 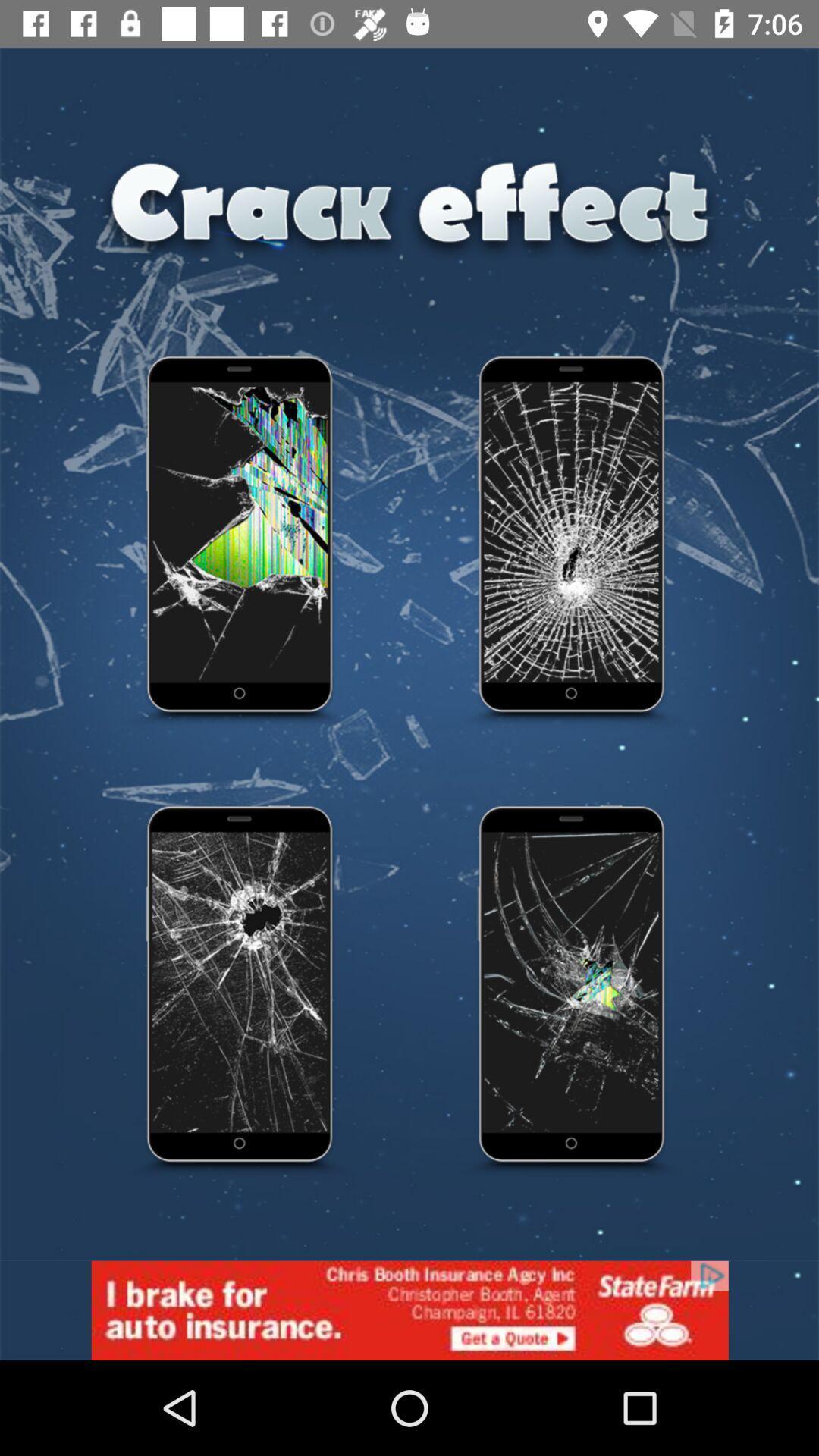 I want to click on a cell, so click(x=573, y=542).